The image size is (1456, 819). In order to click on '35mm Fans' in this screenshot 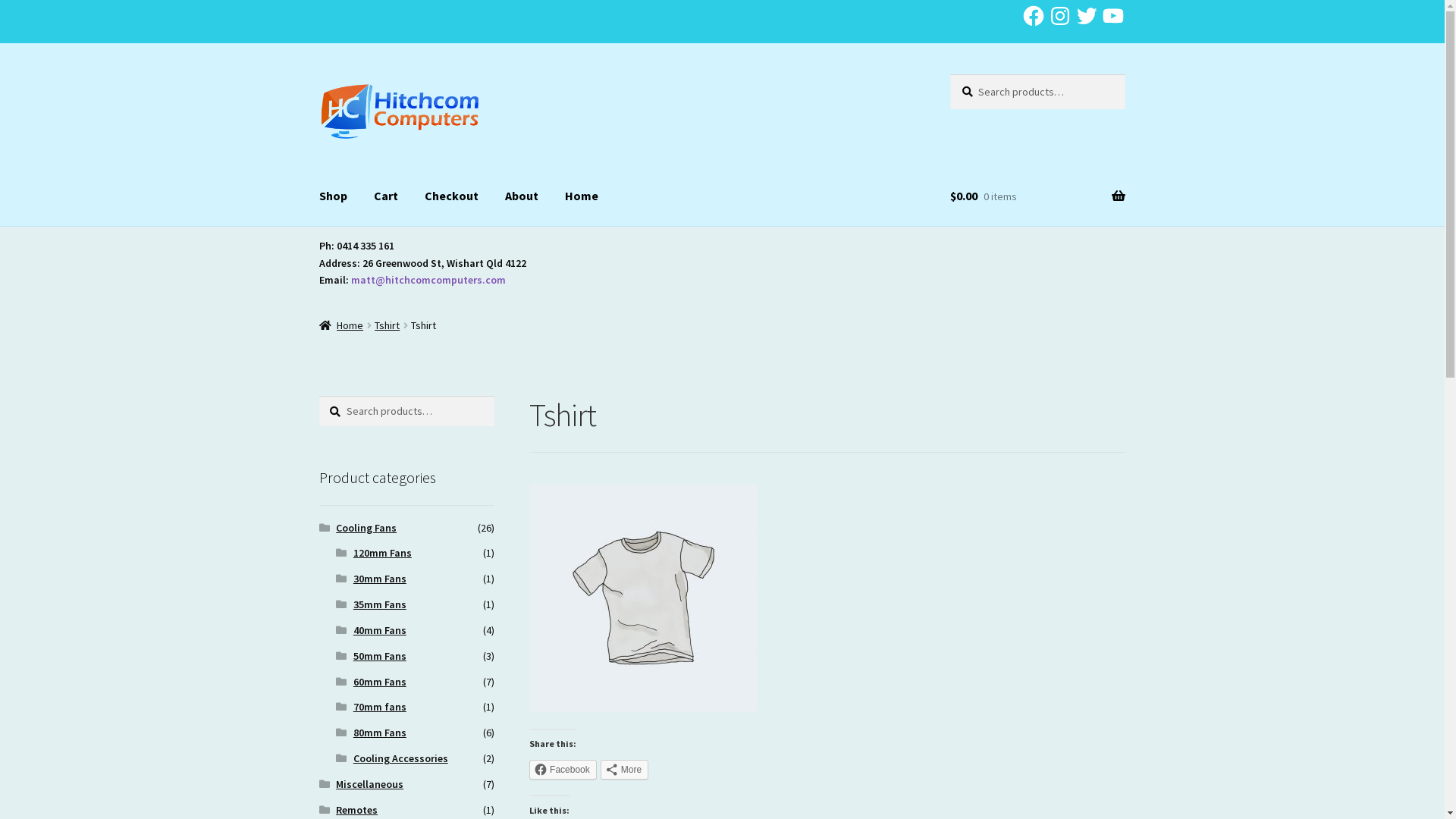, I will do `click(352, 604)`.